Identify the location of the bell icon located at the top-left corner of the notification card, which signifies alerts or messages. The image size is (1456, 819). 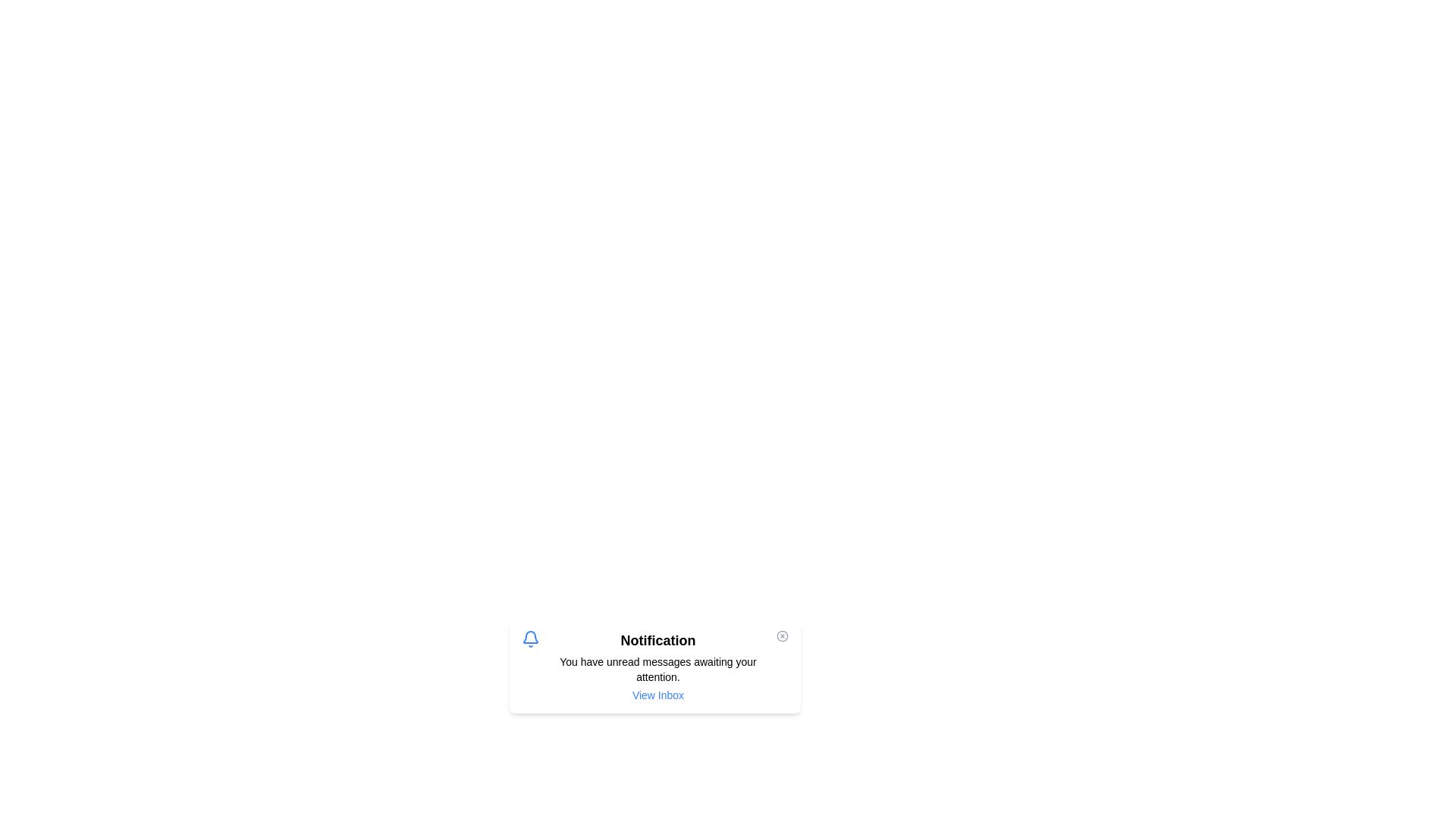
(531, 639).